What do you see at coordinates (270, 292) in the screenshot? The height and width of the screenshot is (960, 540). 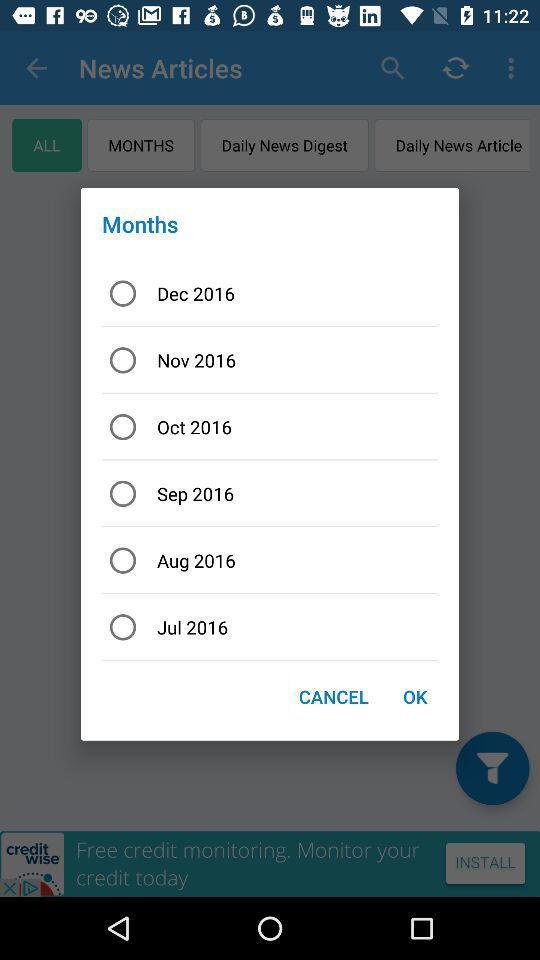 I see `icon above nov 2016 icon` at bounding box center [270, 292].